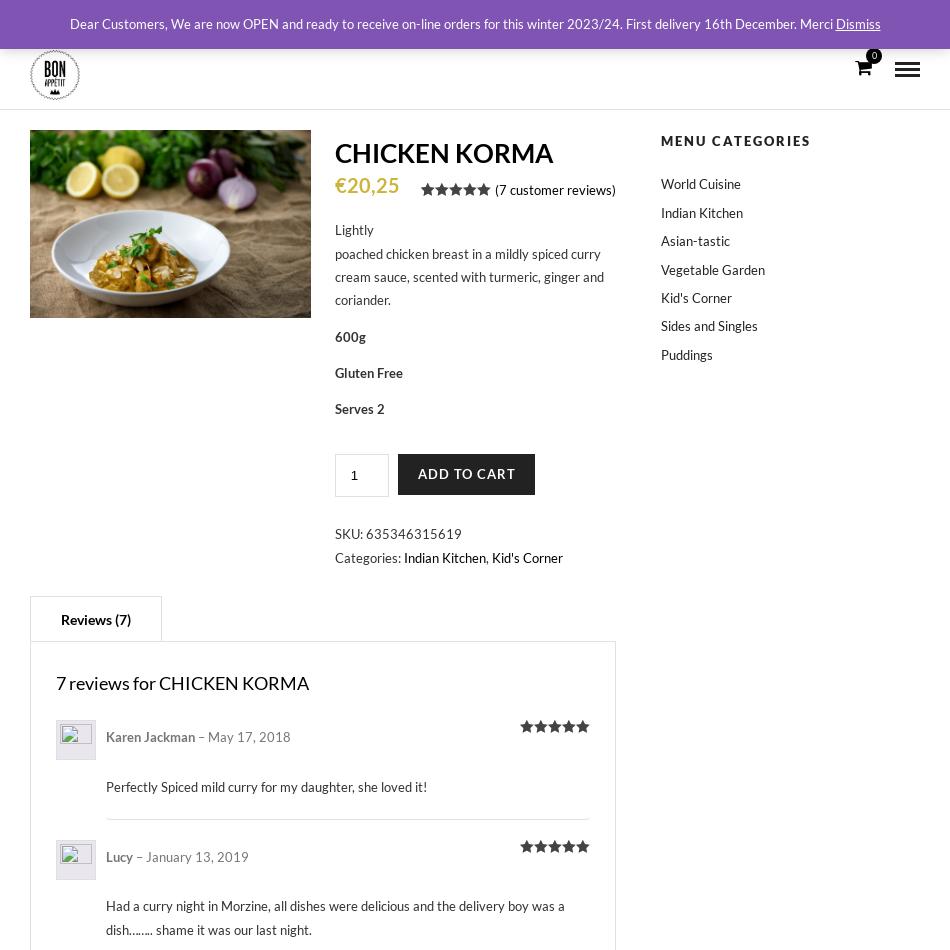 This screenshot has height=950, width=950. I want to click on '8', so click(422, 208).